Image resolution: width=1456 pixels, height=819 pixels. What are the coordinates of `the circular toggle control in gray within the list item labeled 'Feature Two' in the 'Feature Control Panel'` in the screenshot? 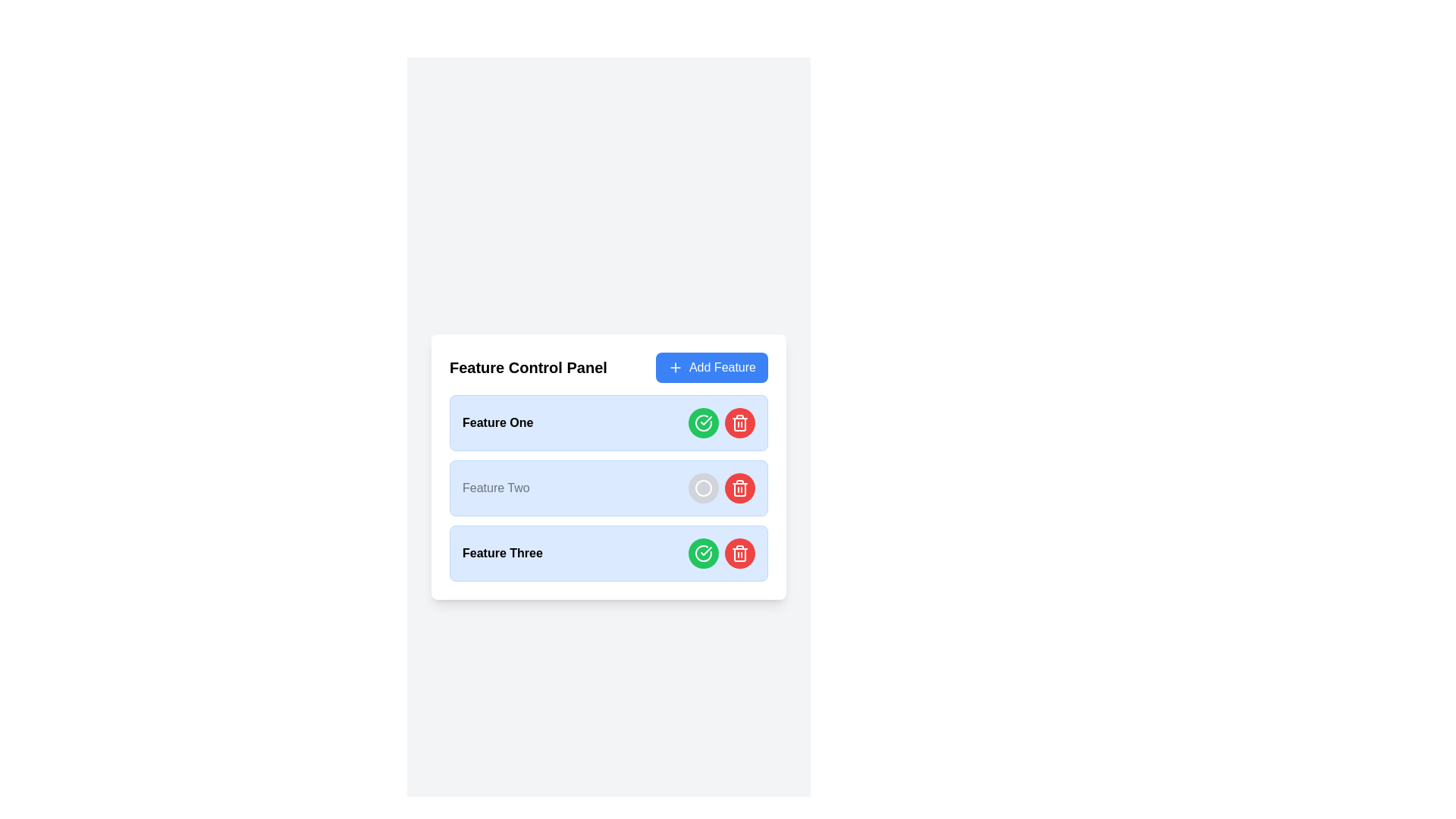 It's located at (608, 488).